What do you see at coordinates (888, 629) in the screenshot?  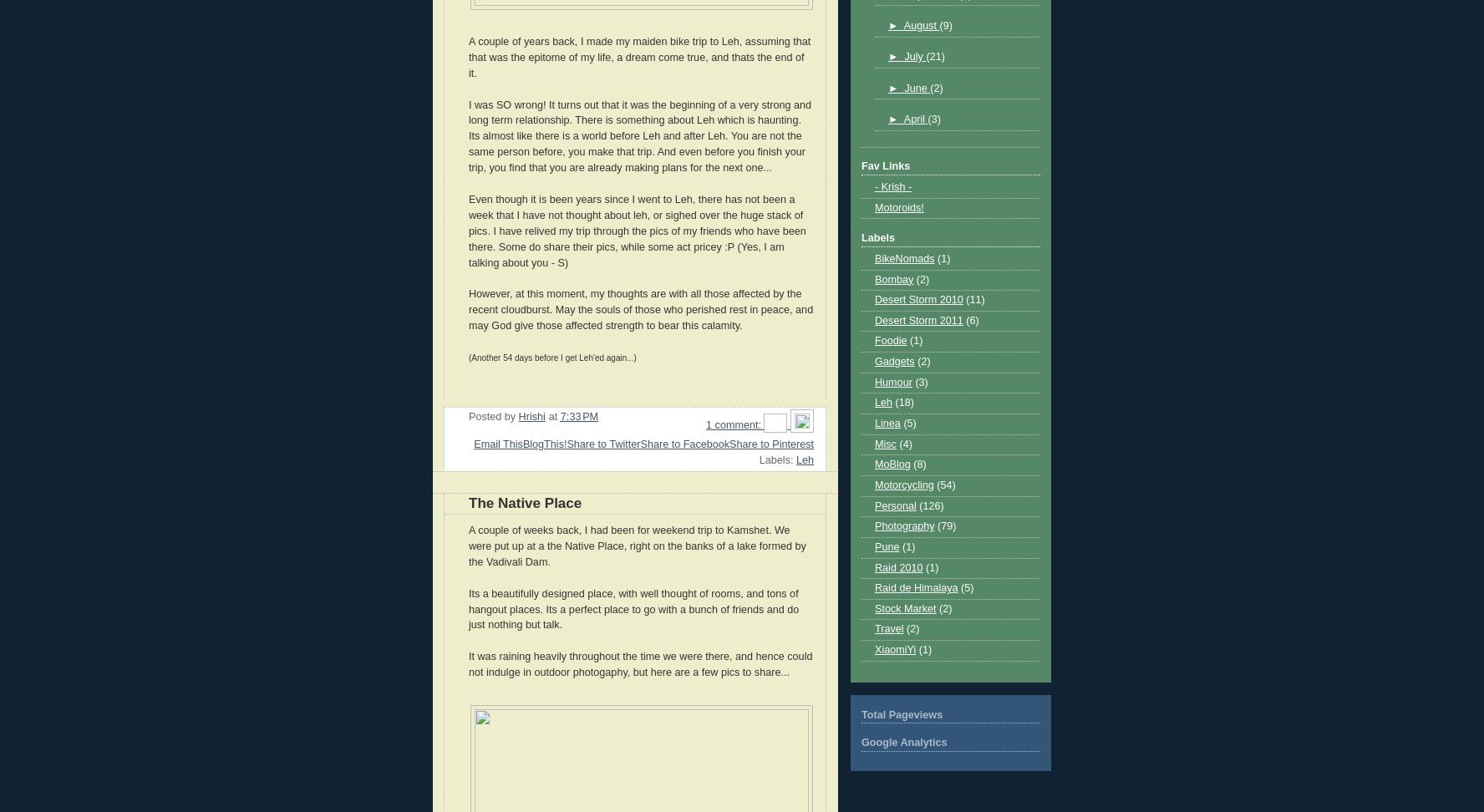 I see `'Travel'` at bounding box center [888, 629].